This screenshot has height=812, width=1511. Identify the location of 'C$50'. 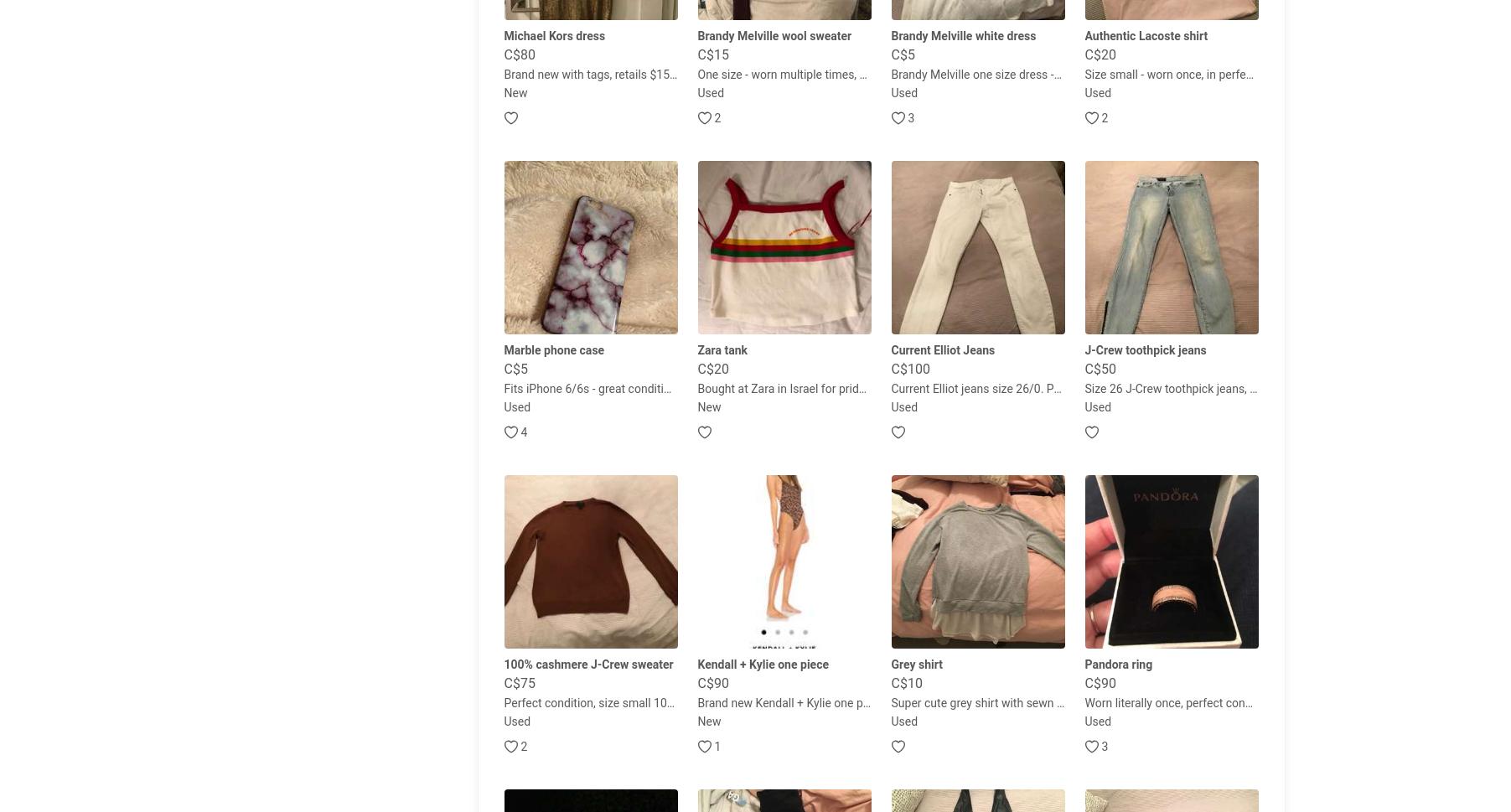
(1099, 368).